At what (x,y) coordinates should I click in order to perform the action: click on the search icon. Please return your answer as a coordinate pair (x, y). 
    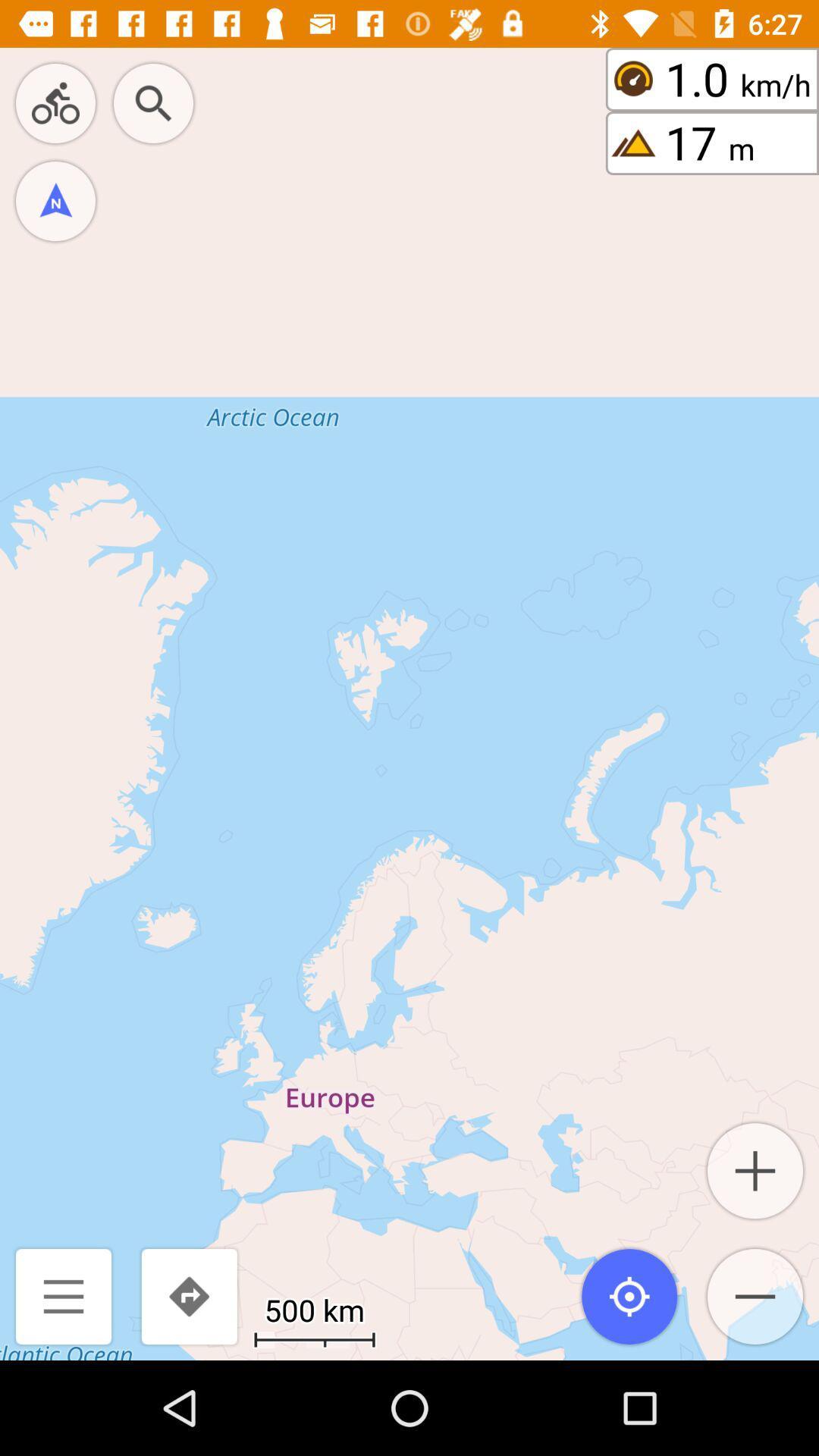
    Looking at the image, I should click on (153, 102).